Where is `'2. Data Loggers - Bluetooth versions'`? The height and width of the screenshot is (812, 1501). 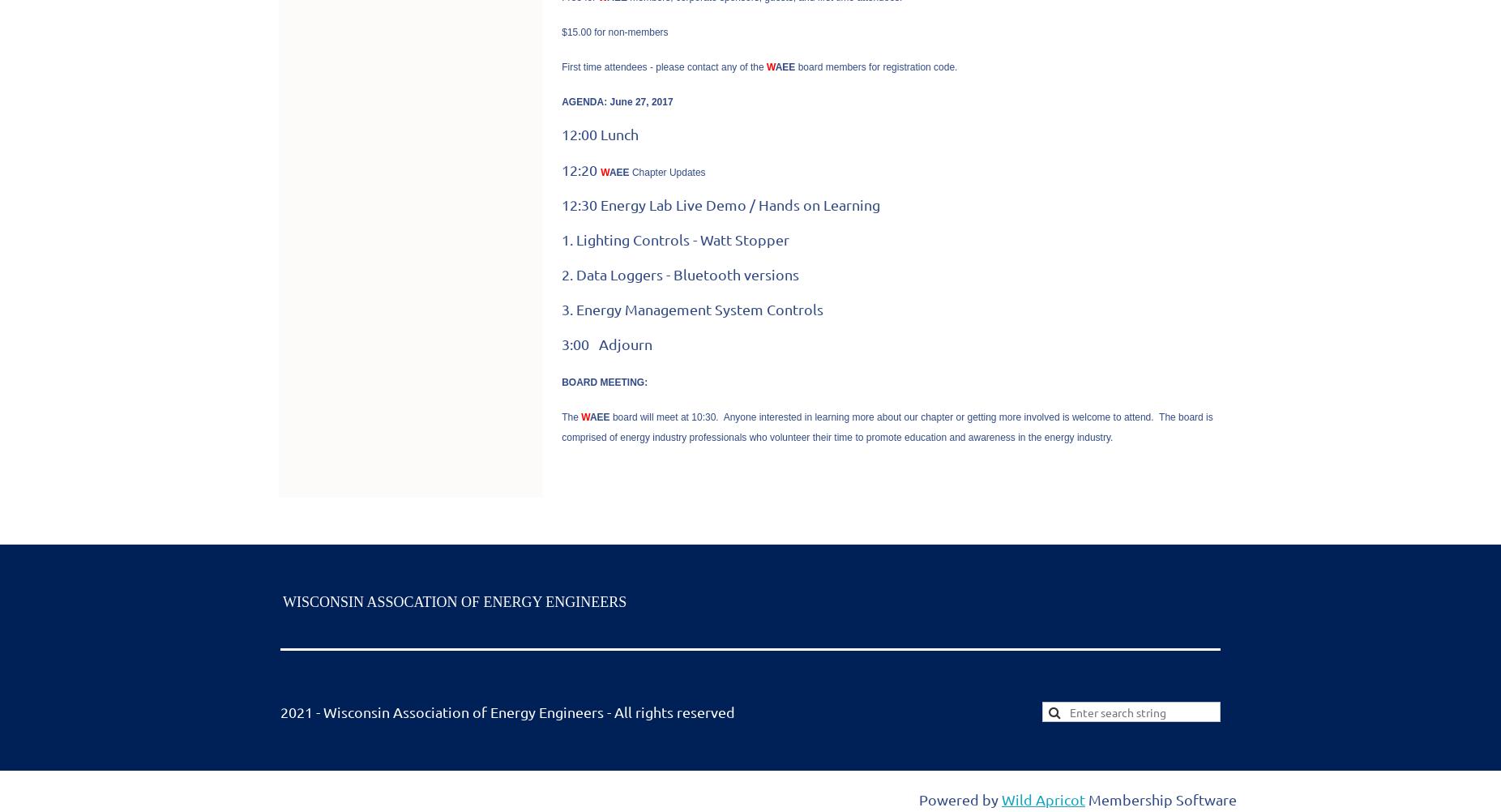 '2. Data Loggers - Bluetooth versions' is located at coordinates (680, 274).